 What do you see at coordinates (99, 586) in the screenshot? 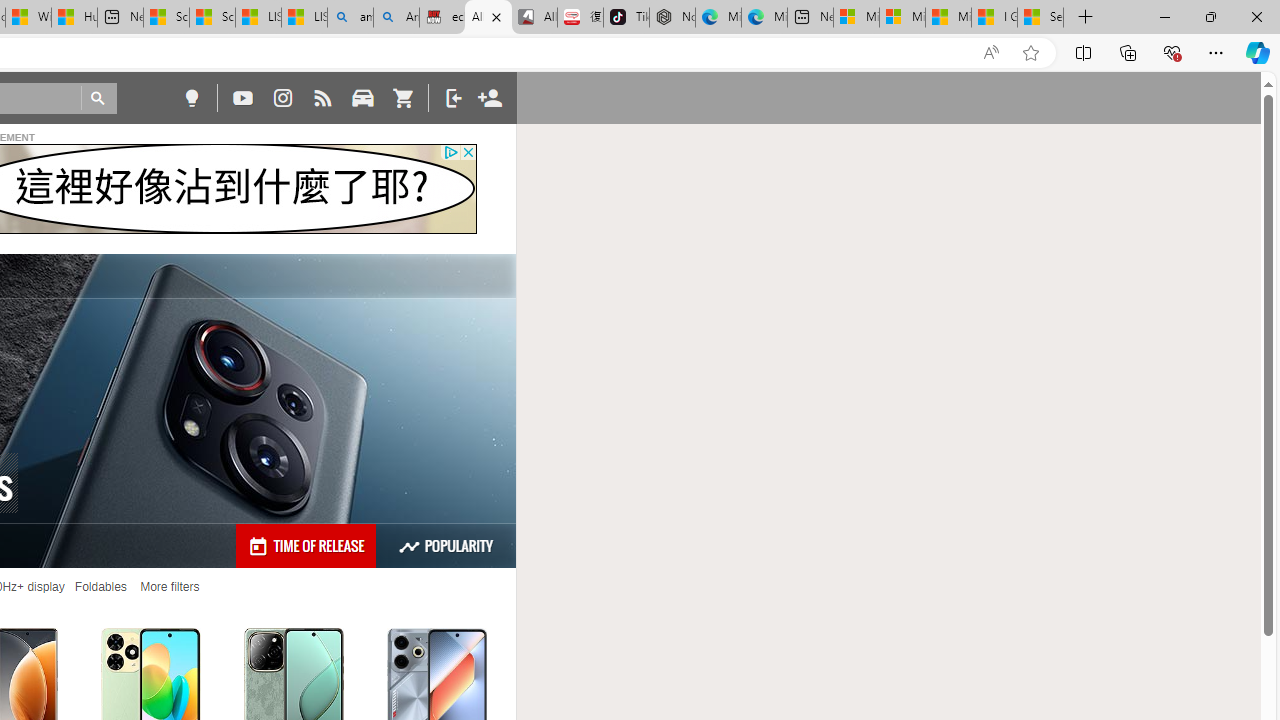
I see `'Foldables'` at bounding box center [99, 586].